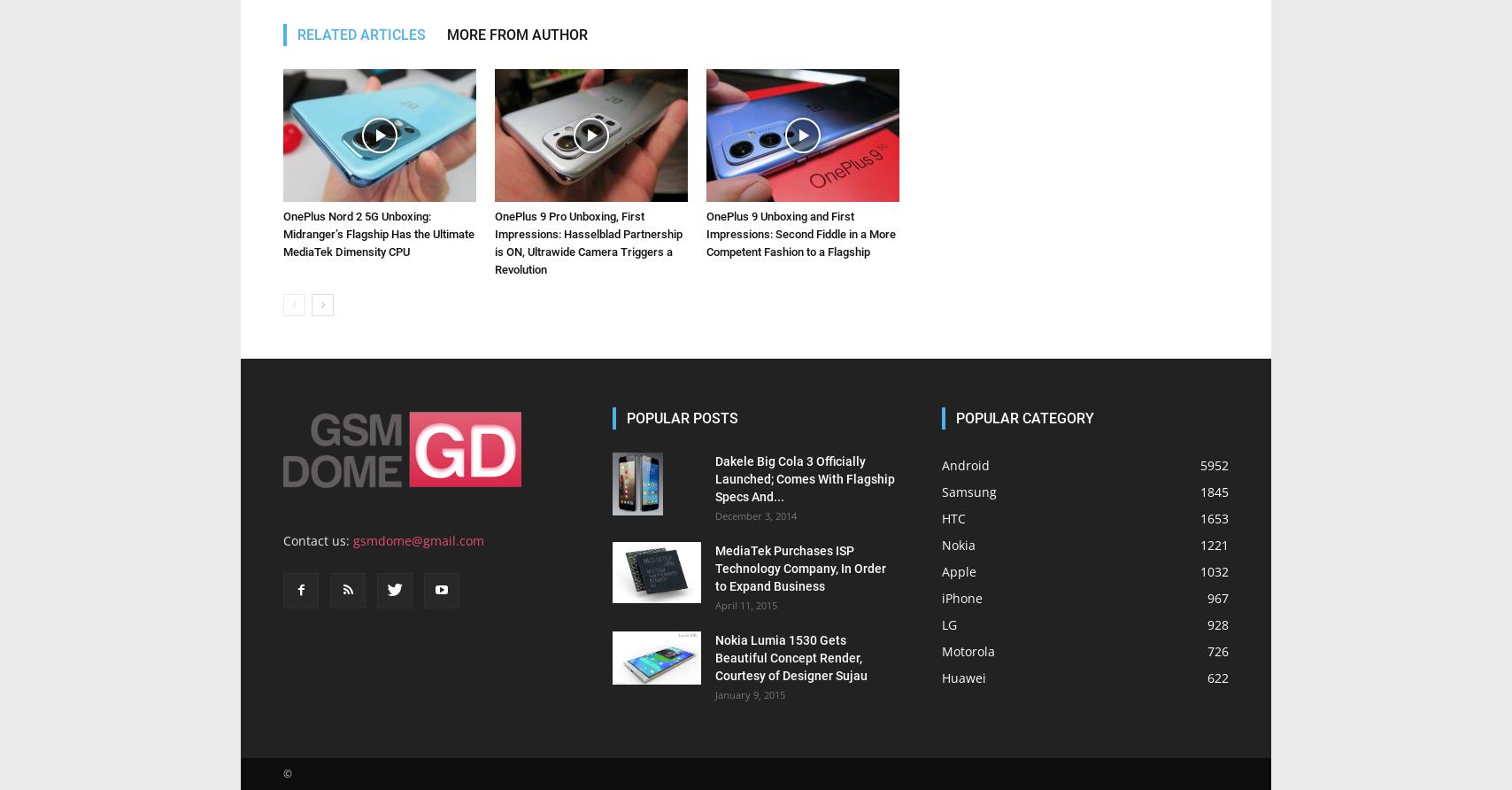 Image resolution: width=1512 pixels, height=790 pixels. I want to click on 'Samsung', so click(968, 492).